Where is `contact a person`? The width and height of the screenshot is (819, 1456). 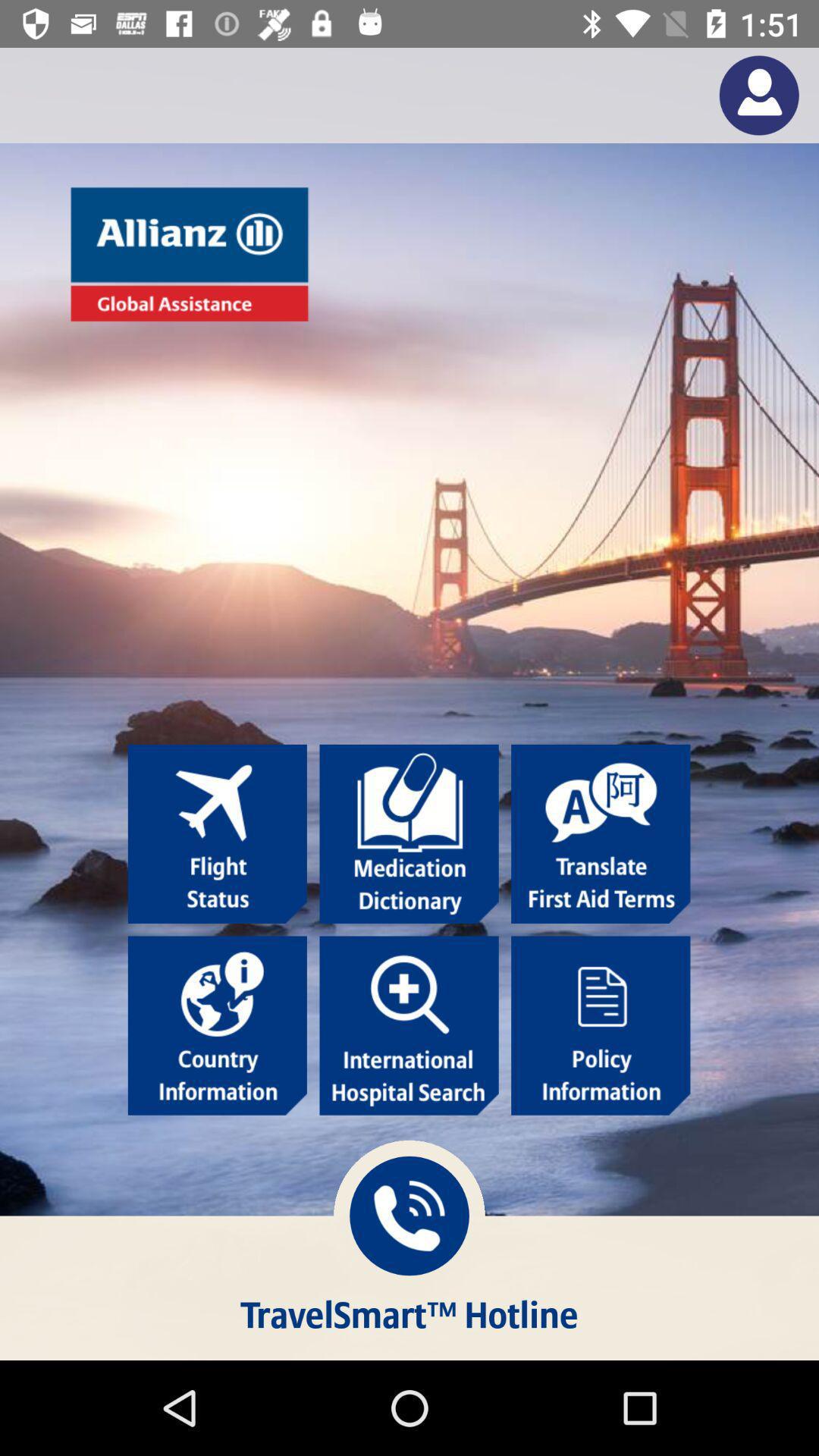
contact a person is located at coordinates (759, 94).